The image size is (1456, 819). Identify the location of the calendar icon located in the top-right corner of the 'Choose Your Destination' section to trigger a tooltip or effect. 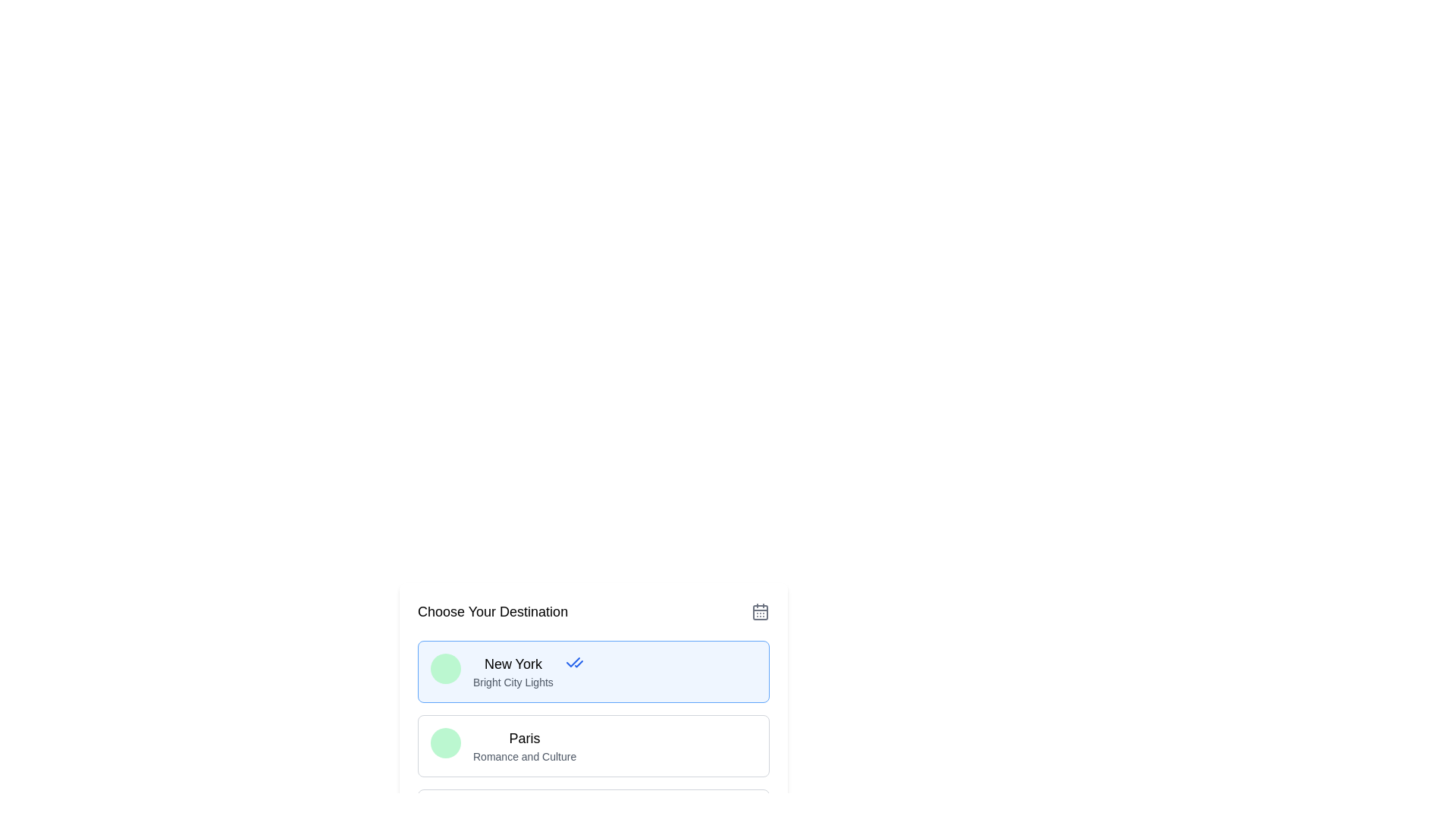
(761, 610).